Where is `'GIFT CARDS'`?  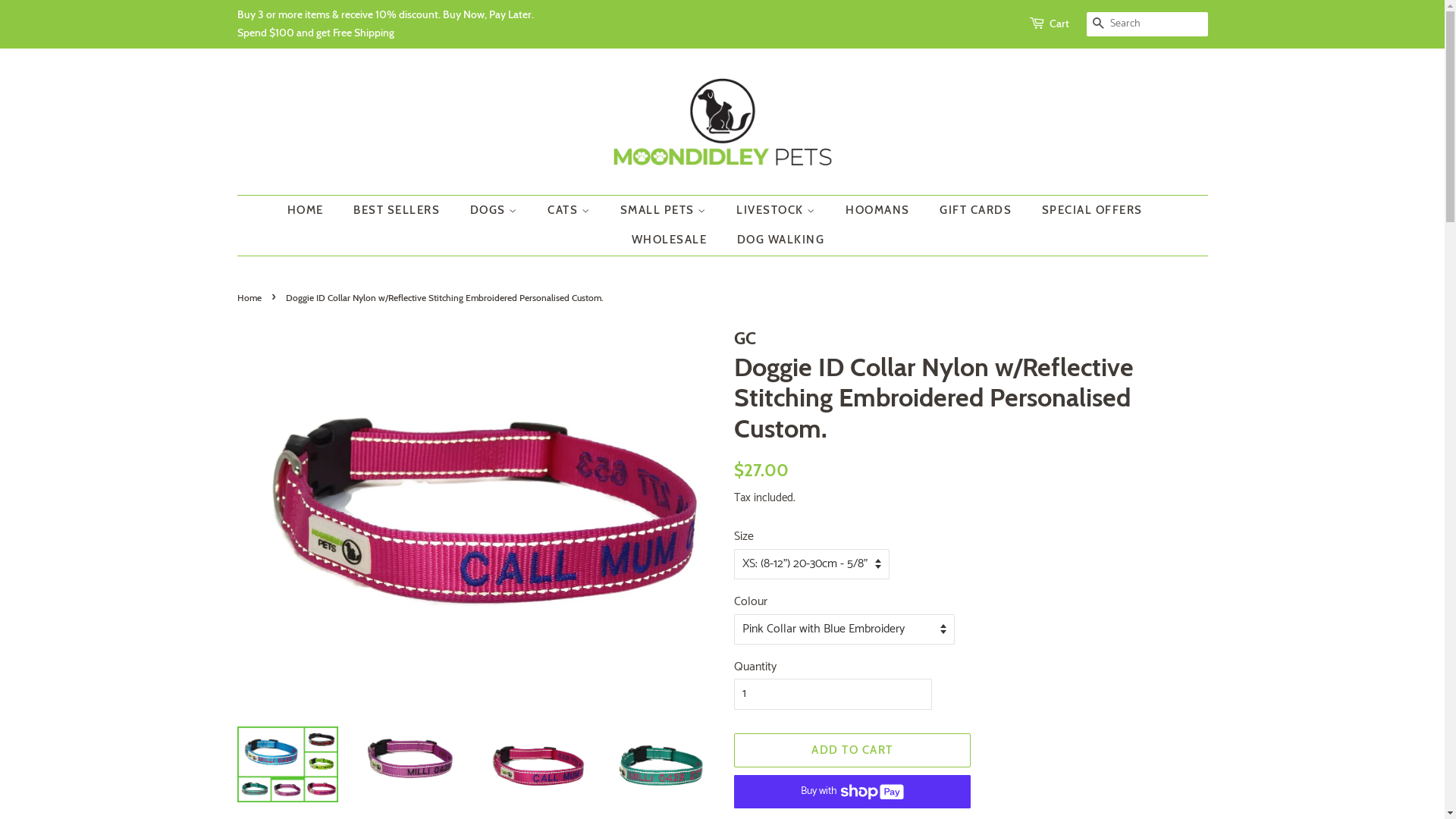
'GIFT CARDS' is located at coordinates (977, 210).